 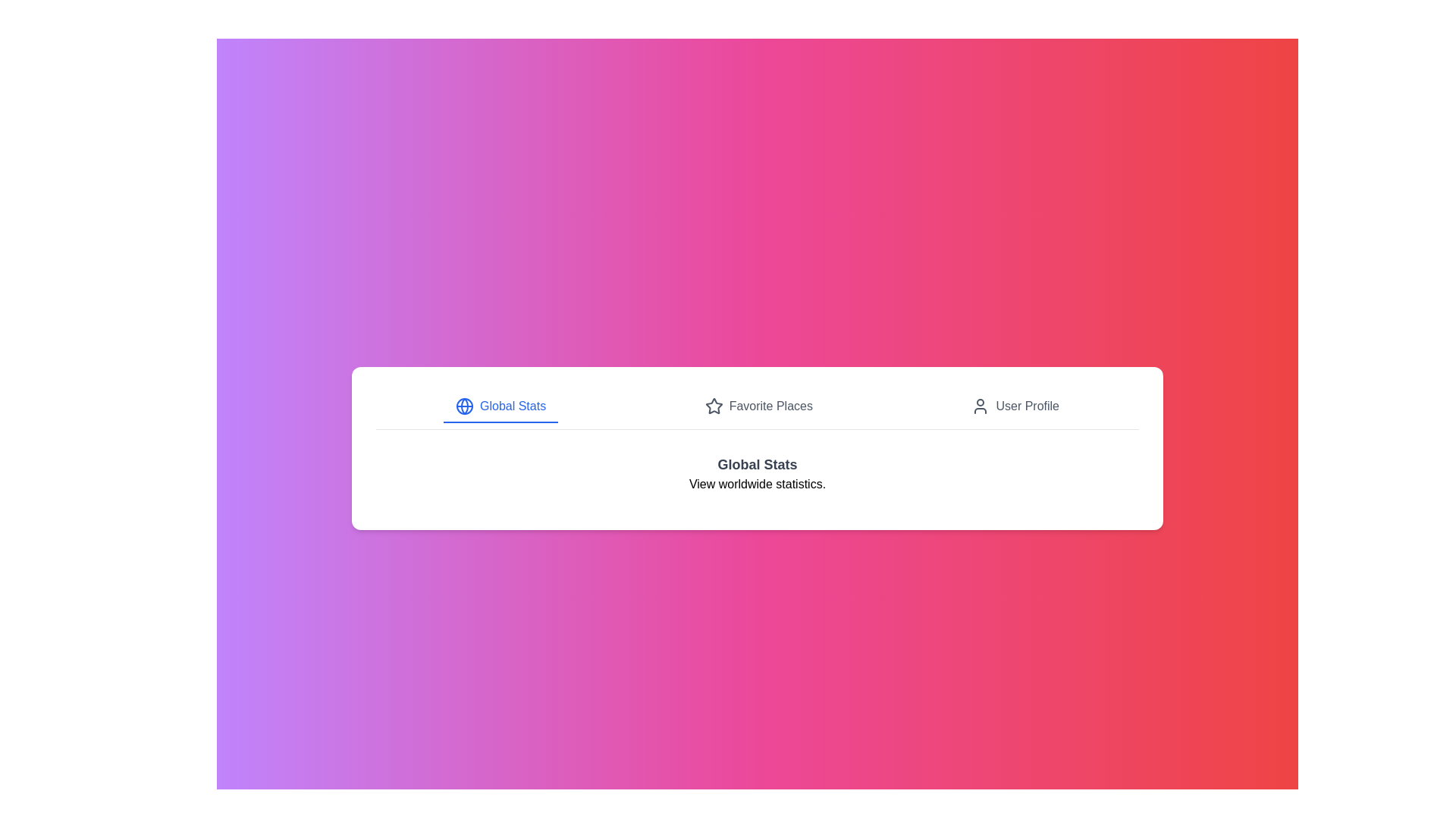 What do you see at coordinates (1015, 406) in the screenshot?
I see `the 'User Profile' menu item in the navigation bar, which is the third item and is styled with gray text and a user icon` at bounding box center [1015, 406].